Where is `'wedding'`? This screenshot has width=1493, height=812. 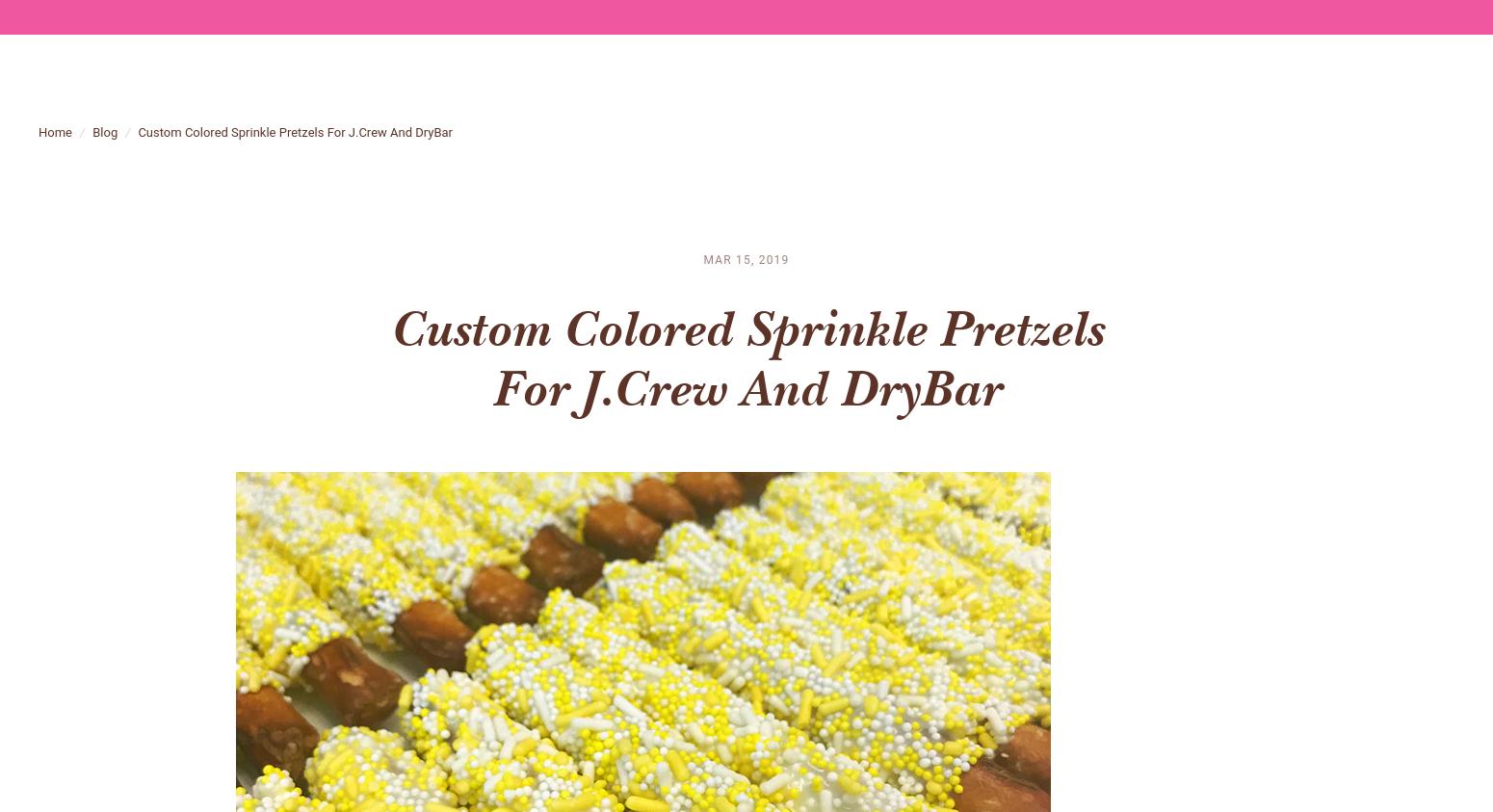 'wedding' is located at coordinates (1053, 148).